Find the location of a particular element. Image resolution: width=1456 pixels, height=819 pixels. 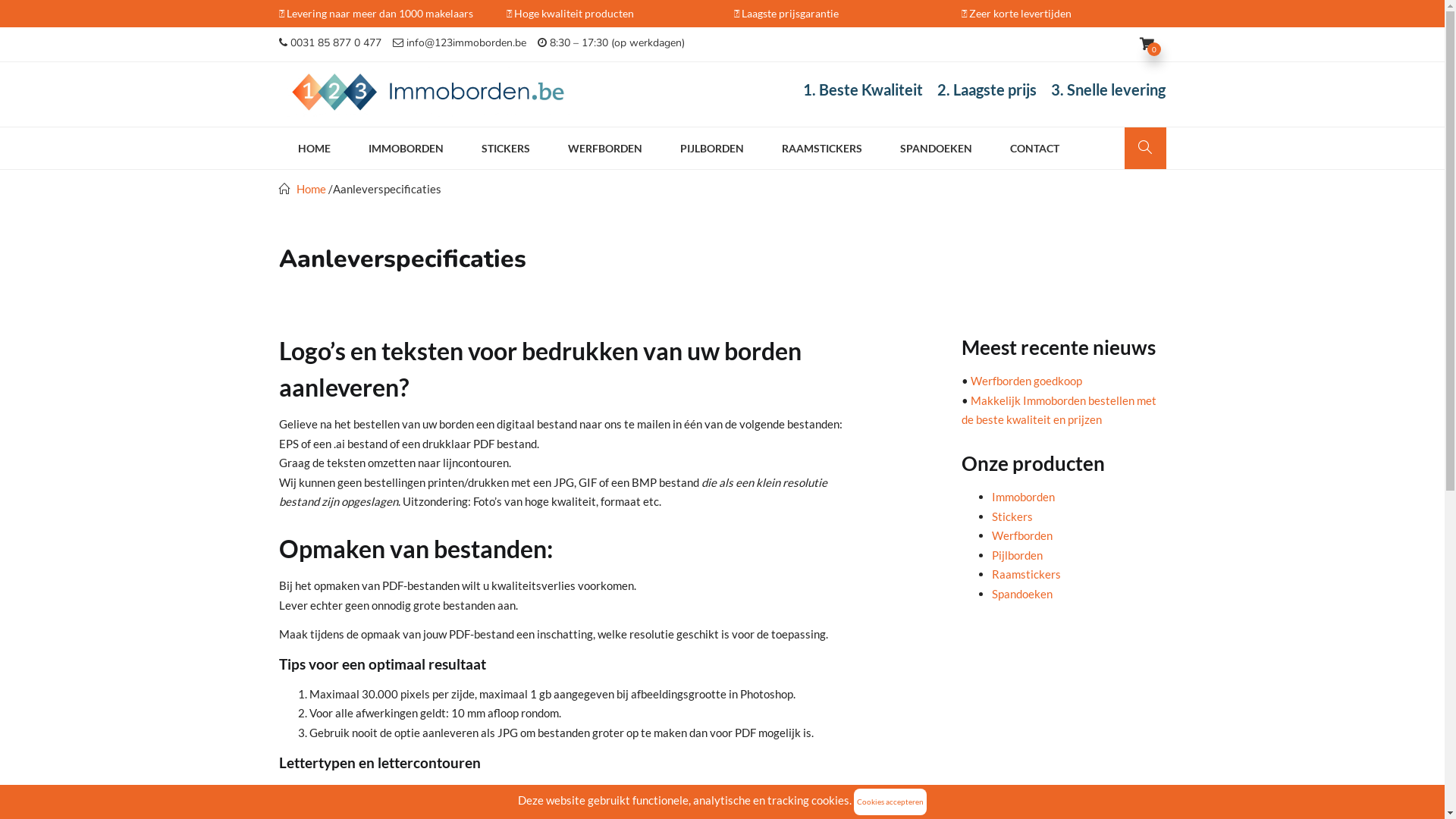

'Werfborden goedkoop' is located at coordinates (1026, 379).